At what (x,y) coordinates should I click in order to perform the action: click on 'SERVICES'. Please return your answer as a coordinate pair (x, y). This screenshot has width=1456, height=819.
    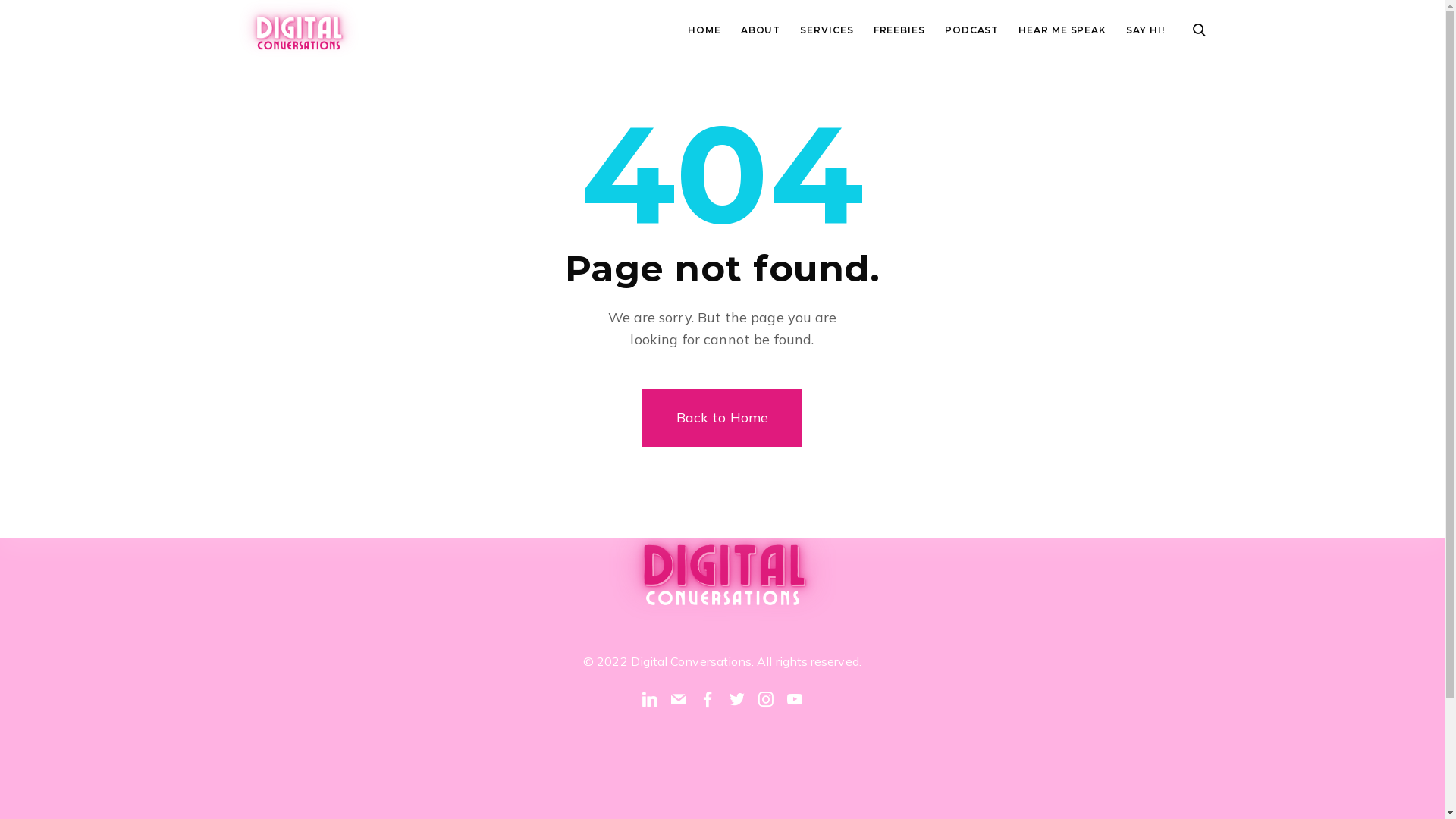
    Looking at the image, I should click on (825, 30).